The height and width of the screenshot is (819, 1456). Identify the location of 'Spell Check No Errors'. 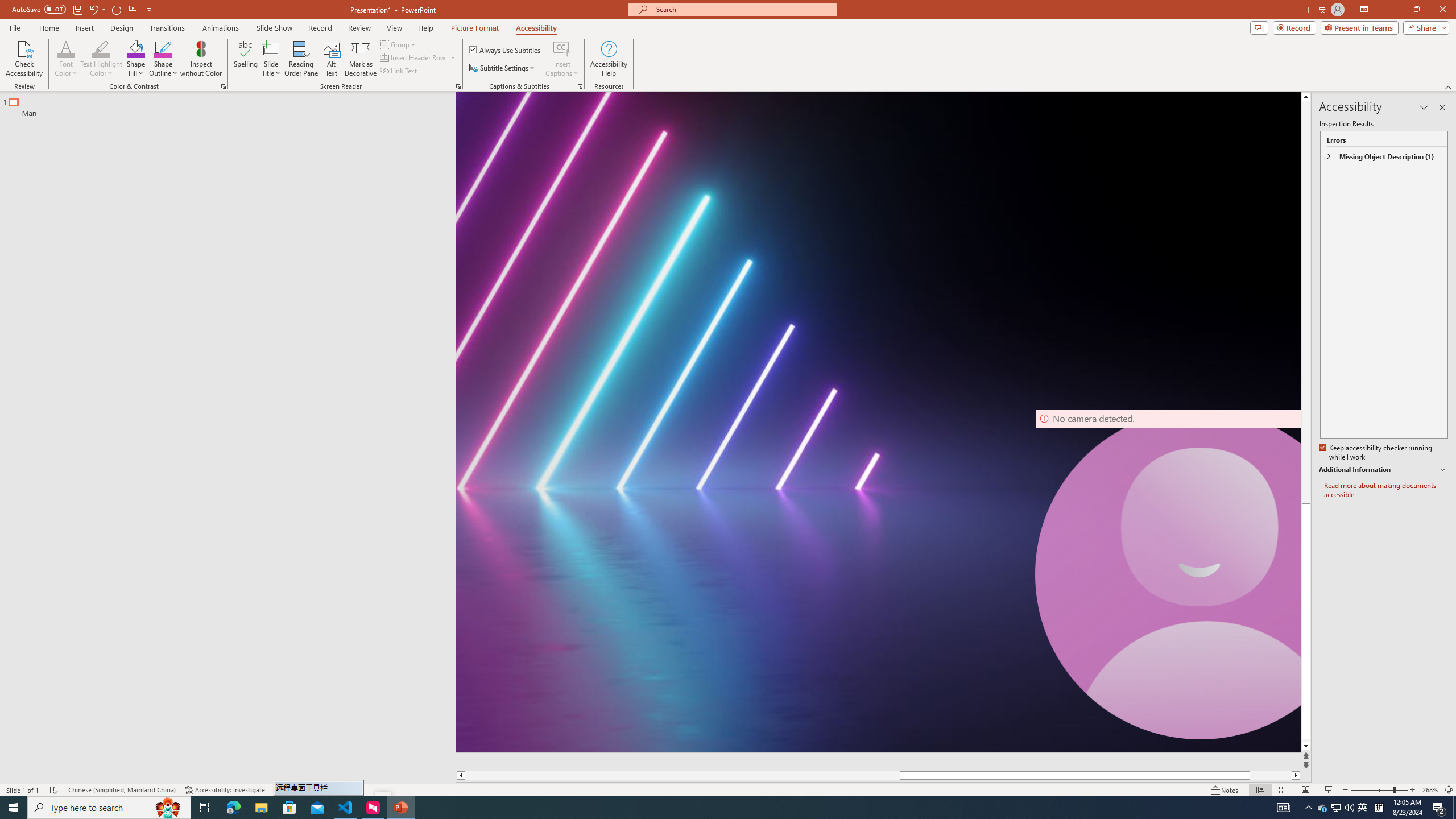
(54, 790).